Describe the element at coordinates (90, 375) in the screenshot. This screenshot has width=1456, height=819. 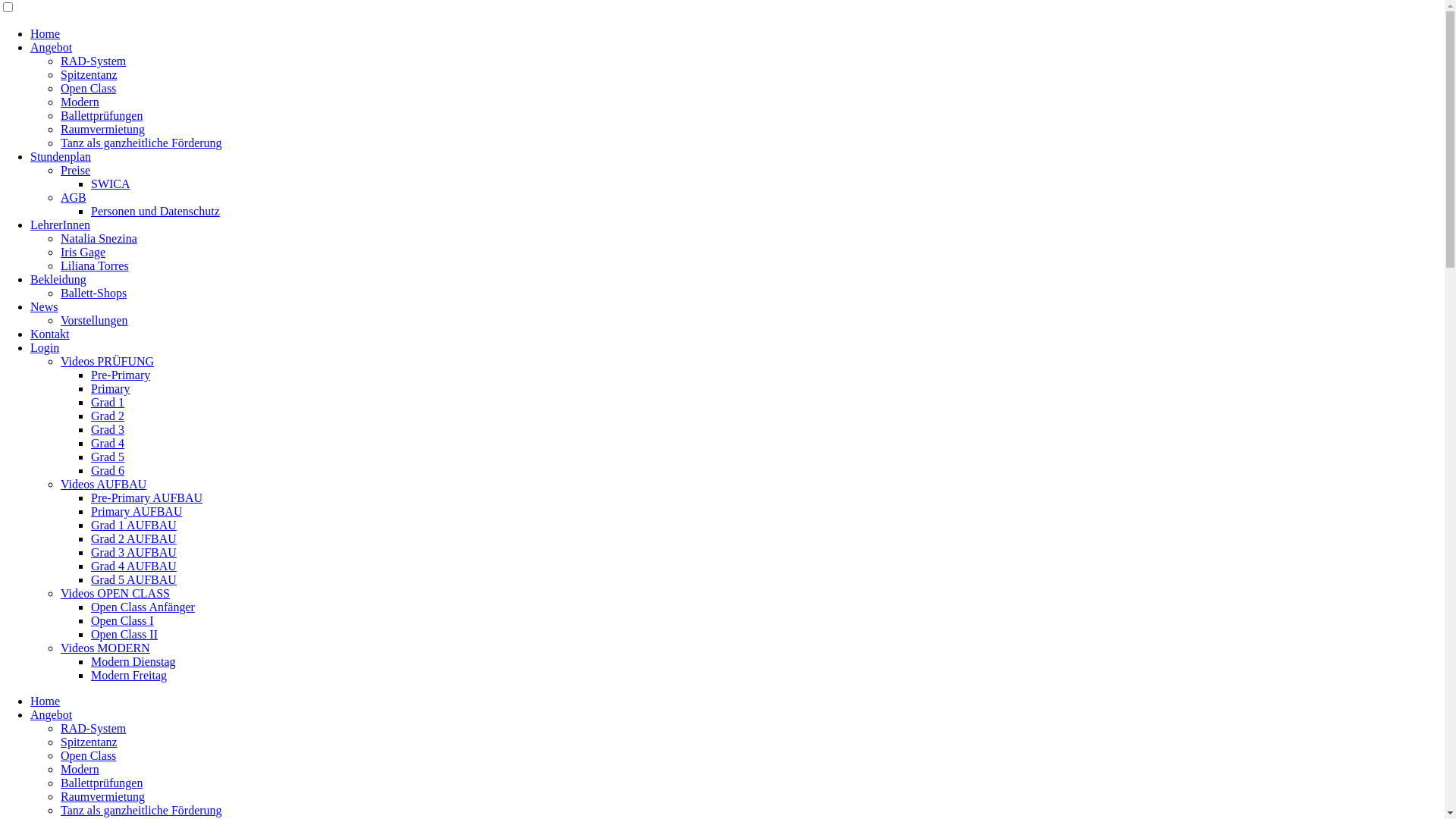
I see `'Pre-Primary'` at that location.